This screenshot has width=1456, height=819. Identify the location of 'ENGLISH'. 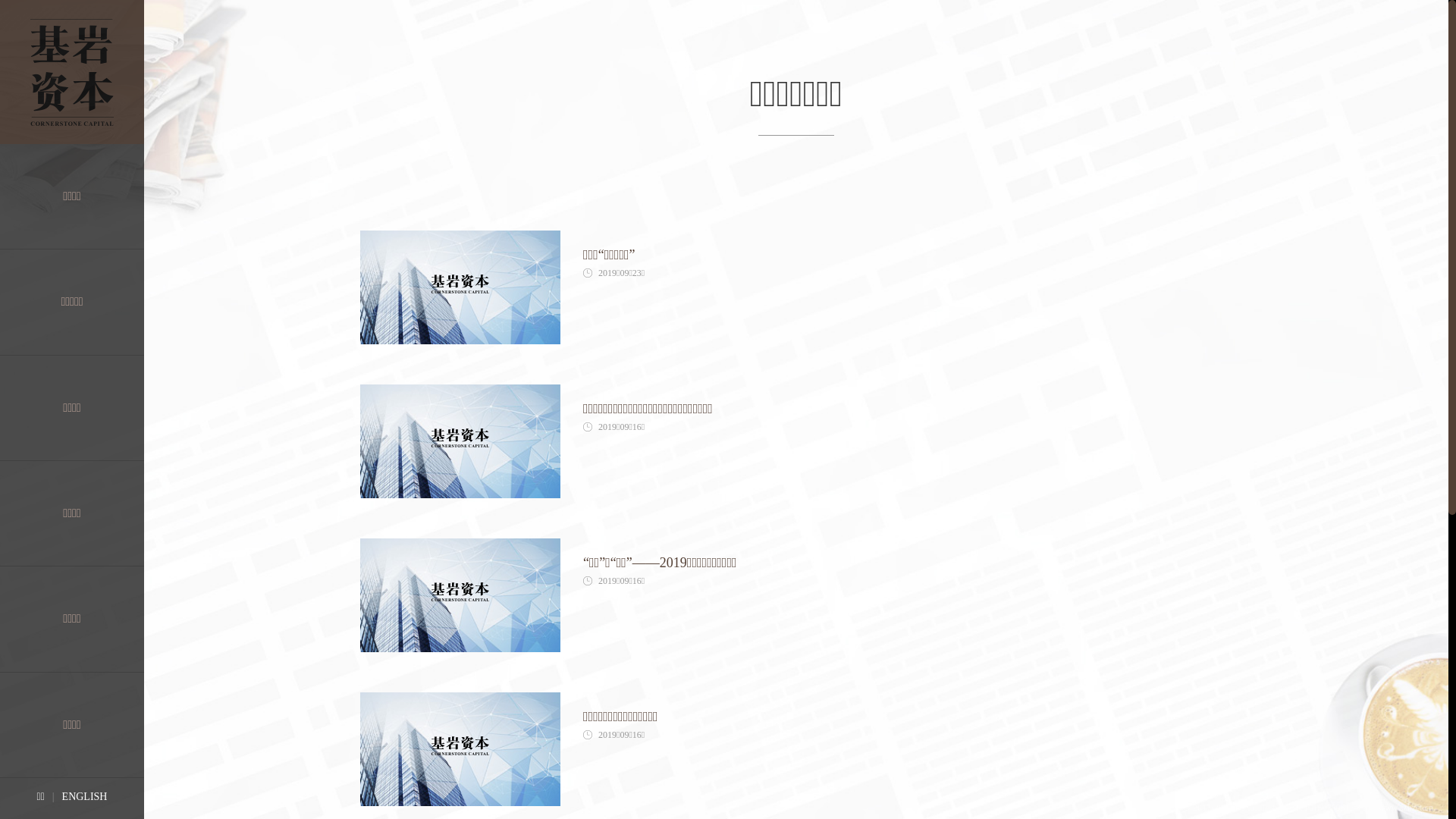
(83, 795).